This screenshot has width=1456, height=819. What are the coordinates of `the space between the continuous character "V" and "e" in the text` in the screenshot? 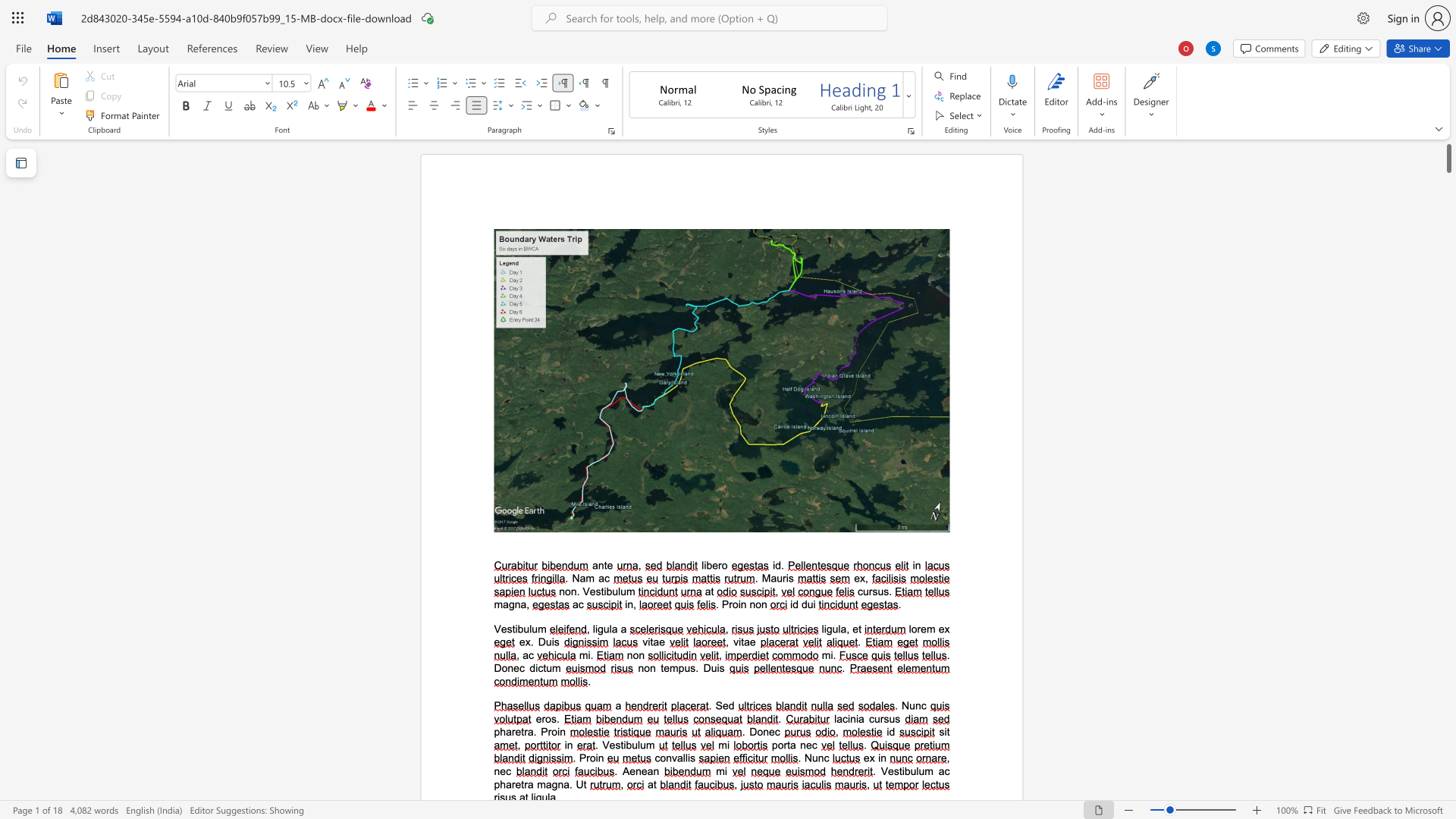 It's located at (887, 771).